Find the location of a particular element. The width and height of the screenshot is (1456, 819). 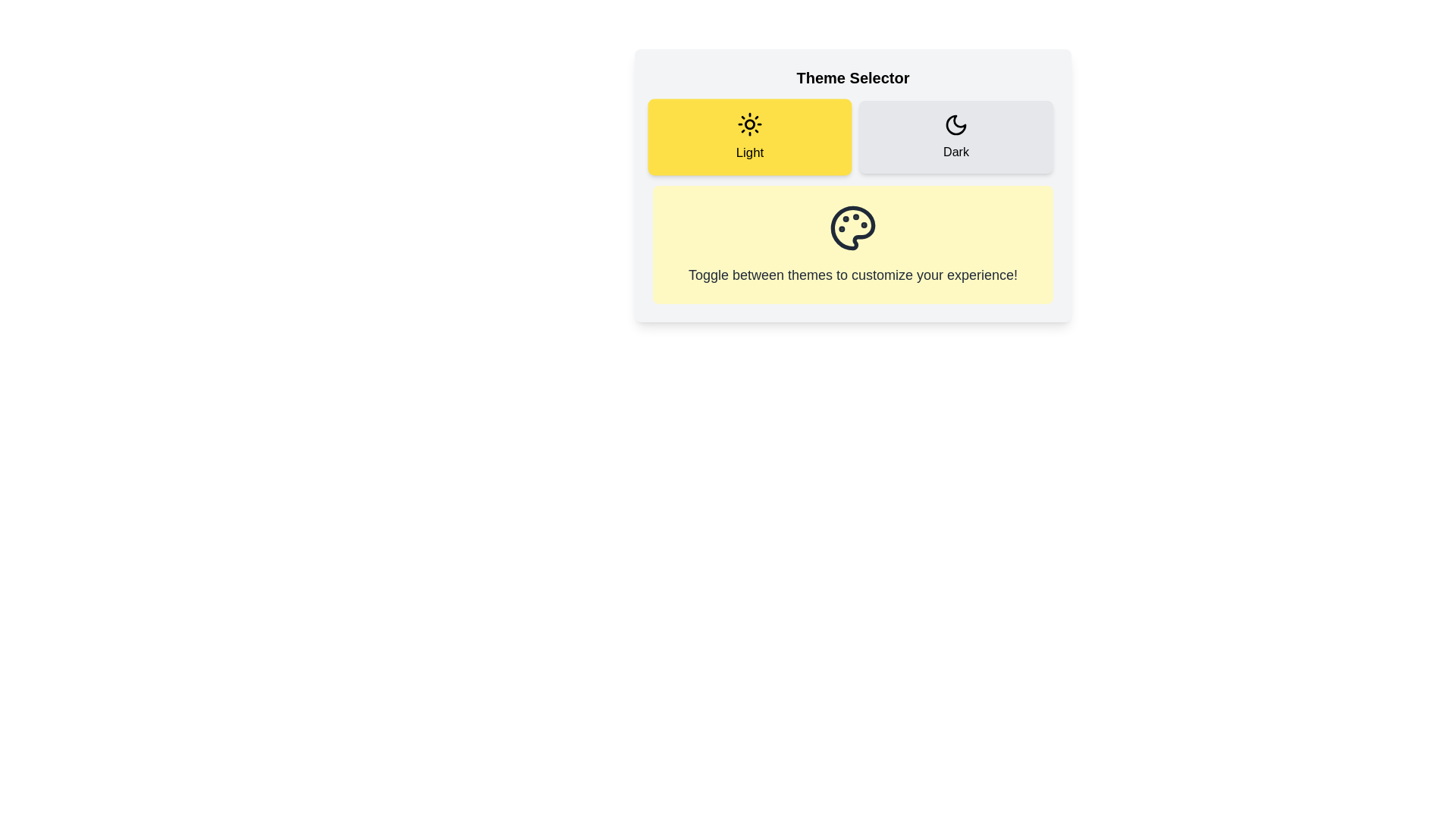

the 'Dark' theme selection label located to the right of the 'Light' card and below the moon icon in the Theme Selector interface is located at coordinates (955, 152).